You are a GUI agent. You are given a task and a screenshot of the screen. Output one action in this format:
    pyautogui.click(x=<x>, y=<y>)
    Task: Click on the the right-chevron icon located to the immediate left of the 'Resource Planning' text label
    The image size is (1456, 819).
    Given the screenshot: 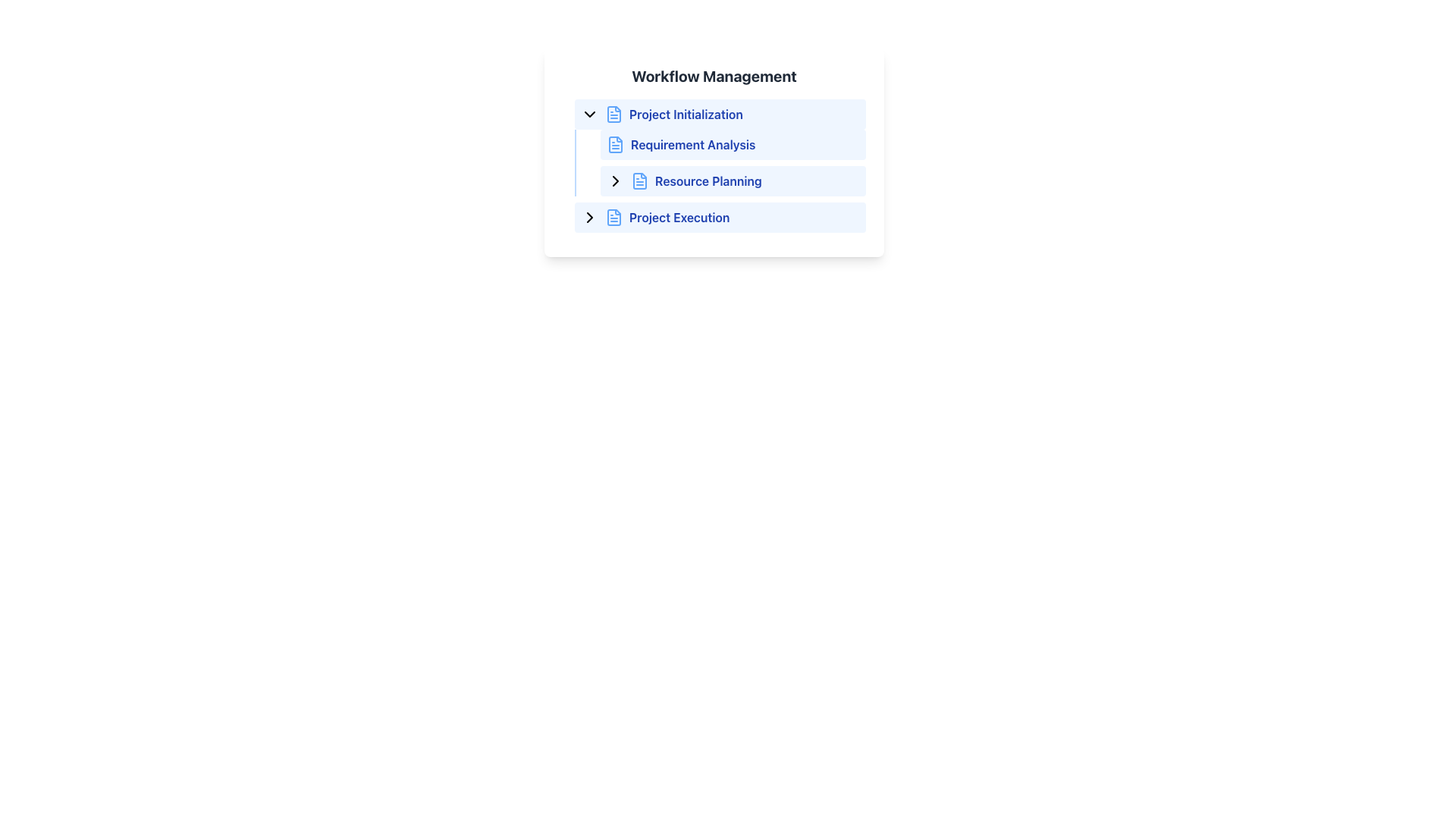 What is the action you would take?
    pyautogui.click(x=615, y=180)
    